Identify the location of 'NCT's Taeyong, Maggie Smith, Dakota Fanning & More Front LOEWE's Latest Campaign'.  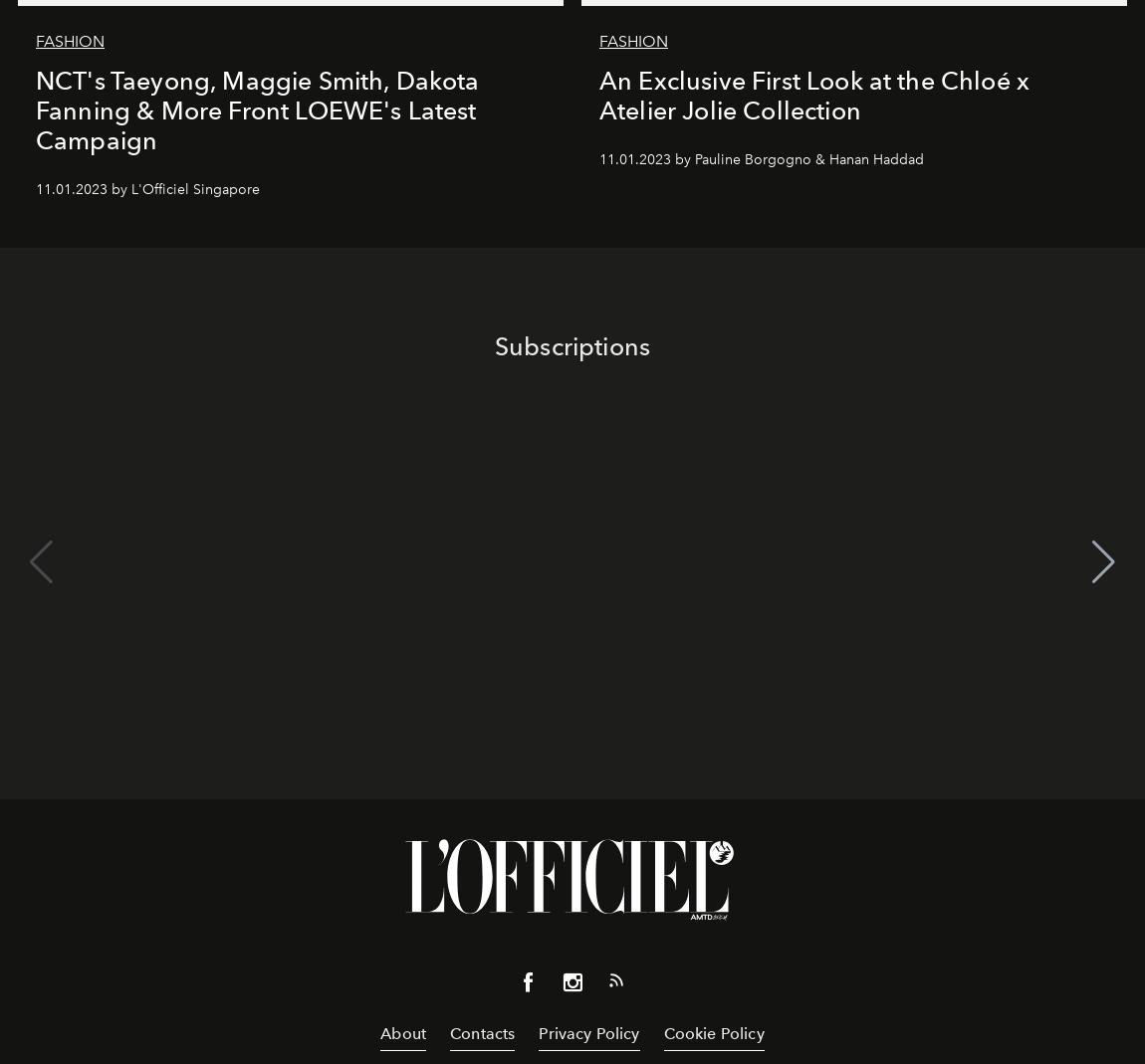
(256, 109).